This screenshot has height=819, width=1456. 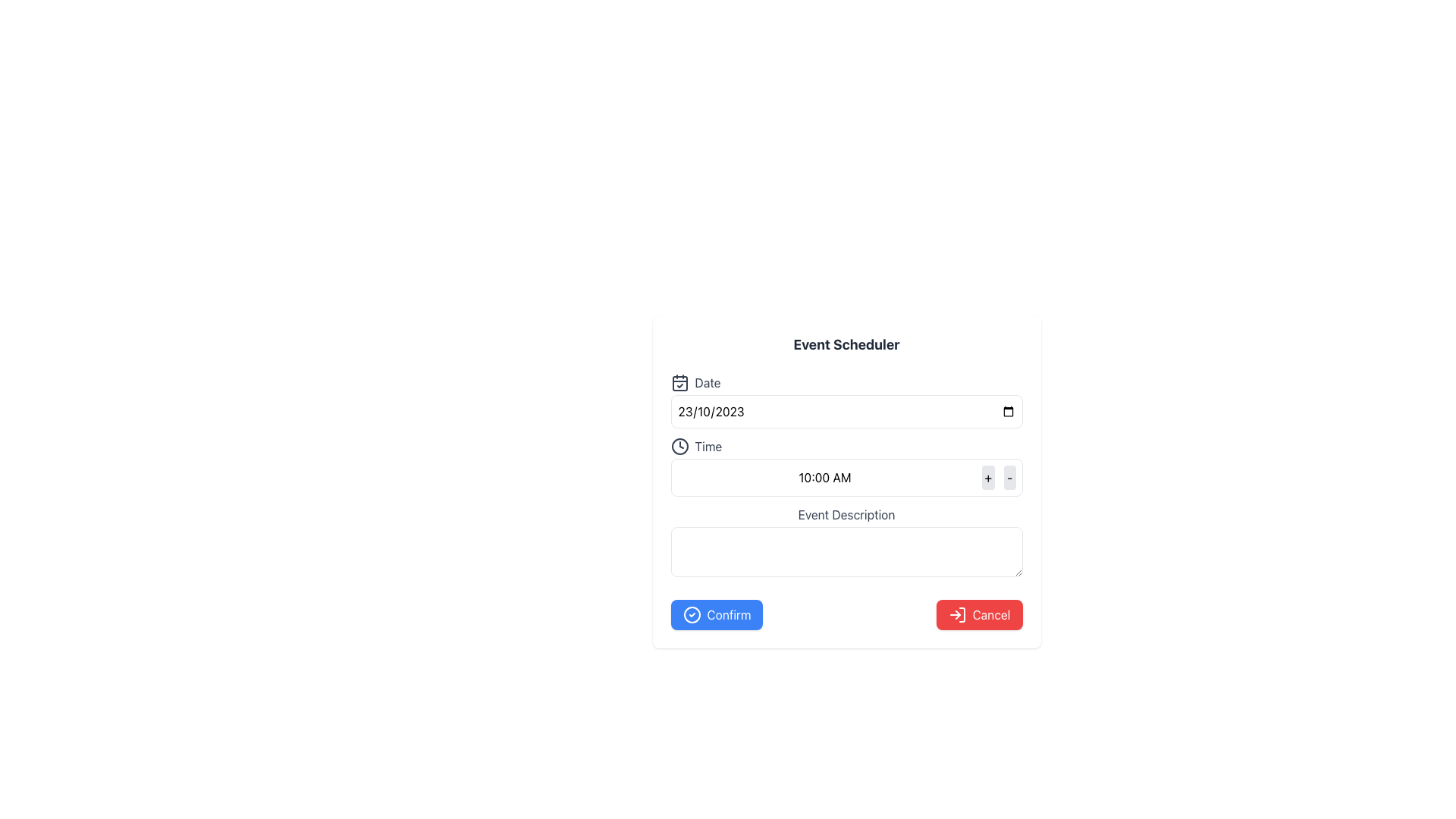 What do you see at coordinates (846, 513) in the screenshot?
I see `the 'Event Description' label, which is a gray text label positioned above the input area for event details` at bounding box center [846, 513].